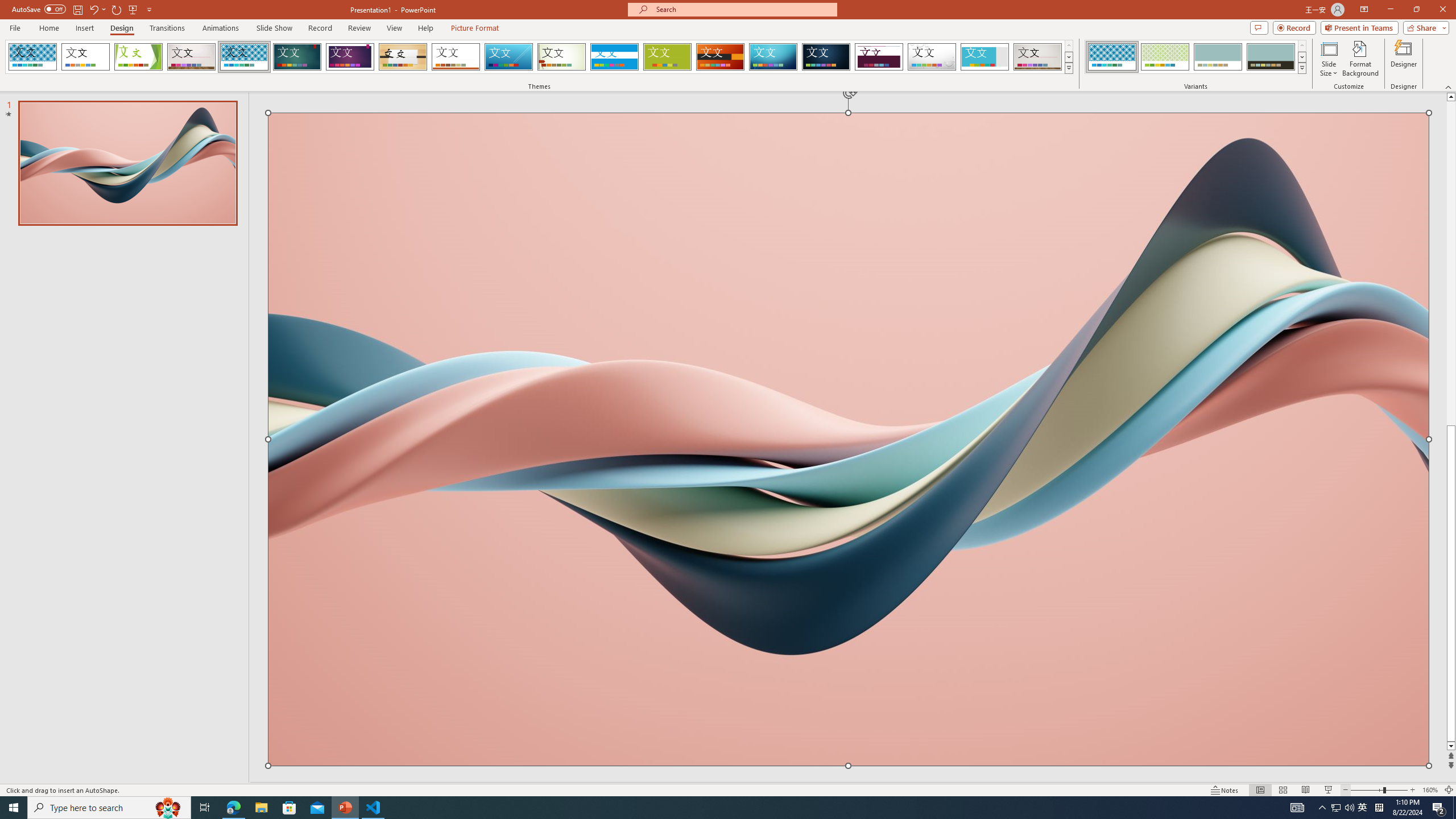 This screenshot has height=819, width=1456. Describe the element at coordinates (1451, 96) in the screenshot. I see `'Line up'` at that location.